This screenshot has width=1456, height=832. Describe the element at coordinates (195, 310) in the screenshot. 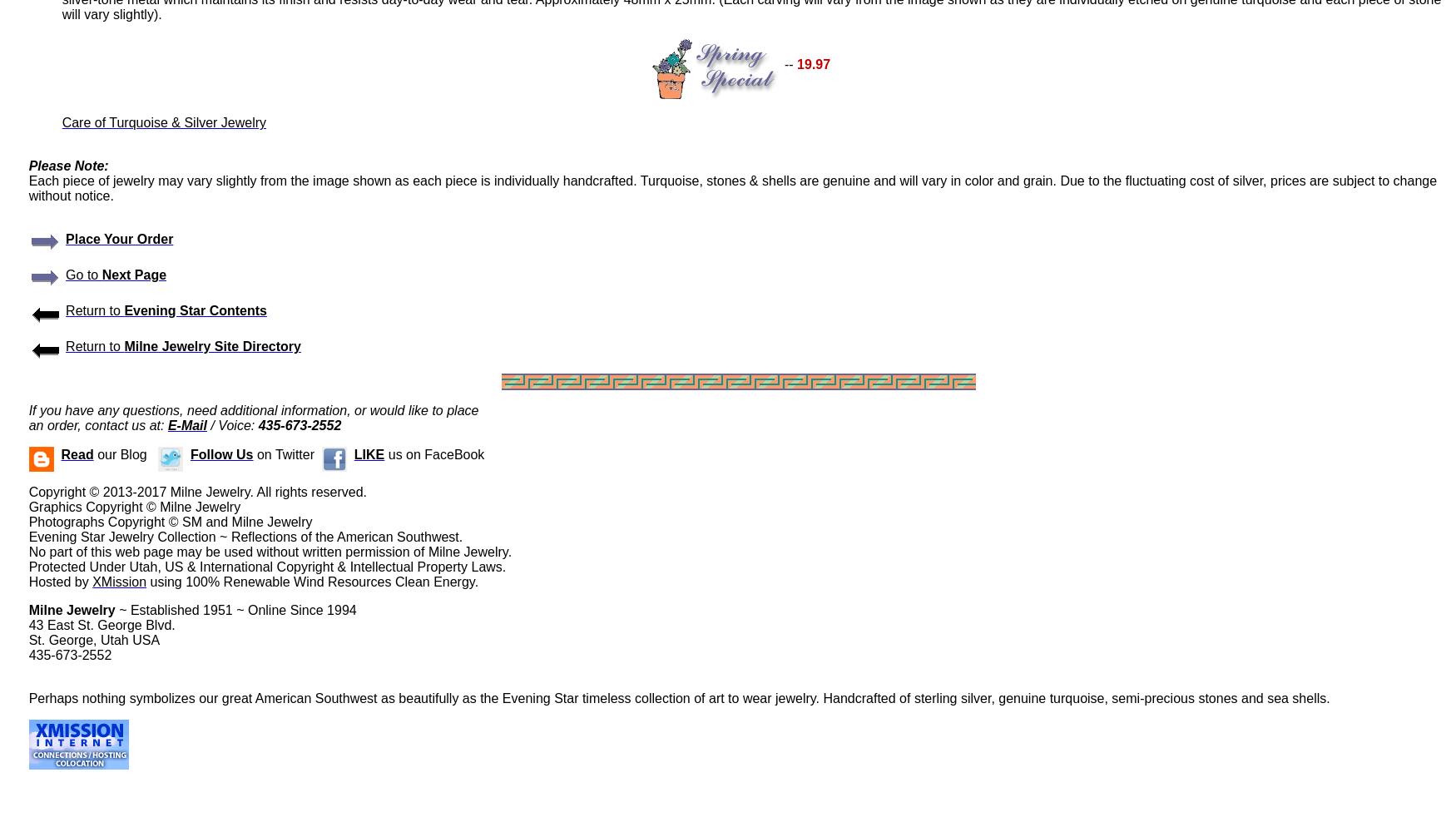

I see `'Evening Star Contents'` at that location.